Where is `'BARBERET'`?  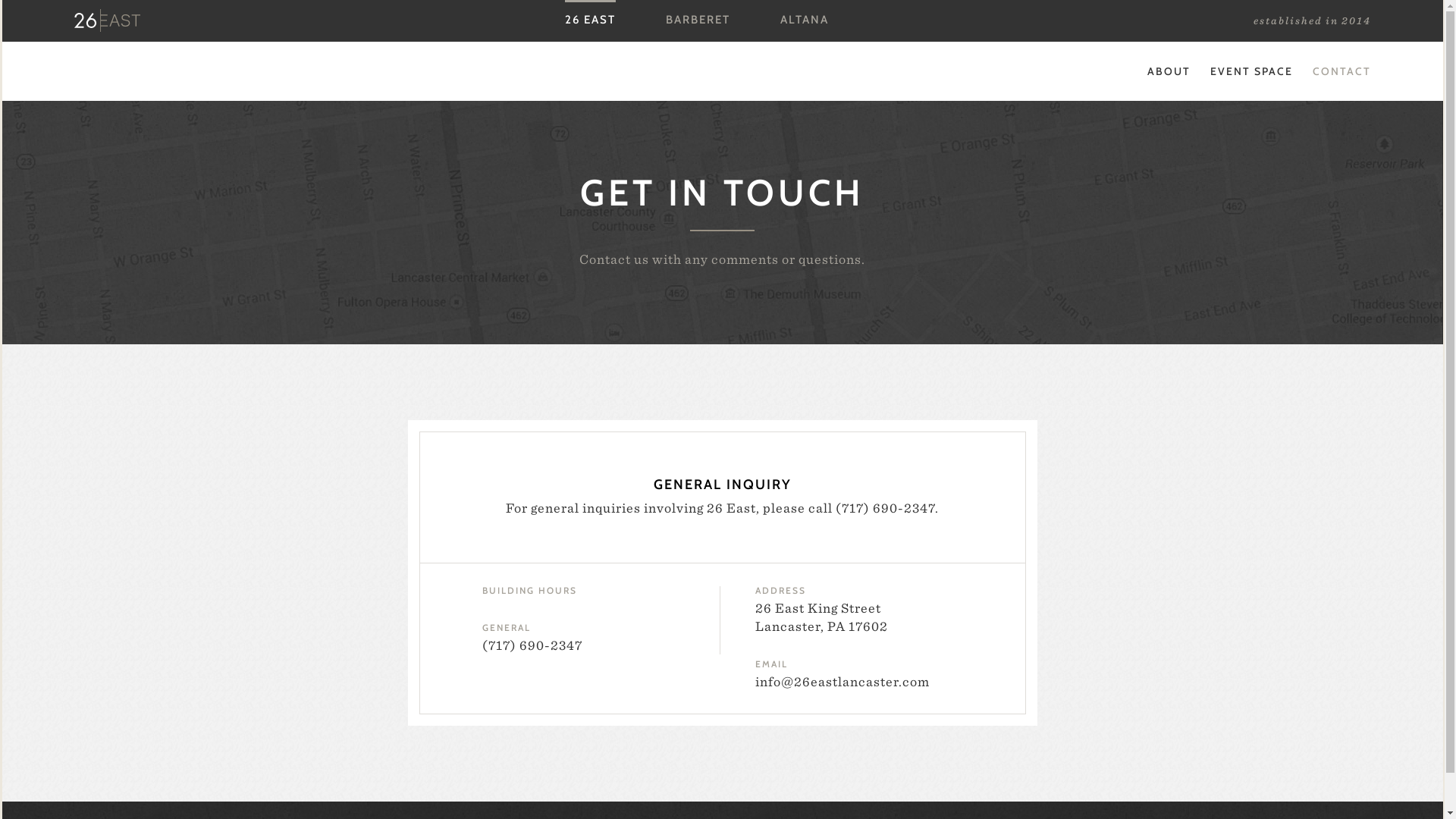
'BARBERET' is located at coordinates (697, 20).